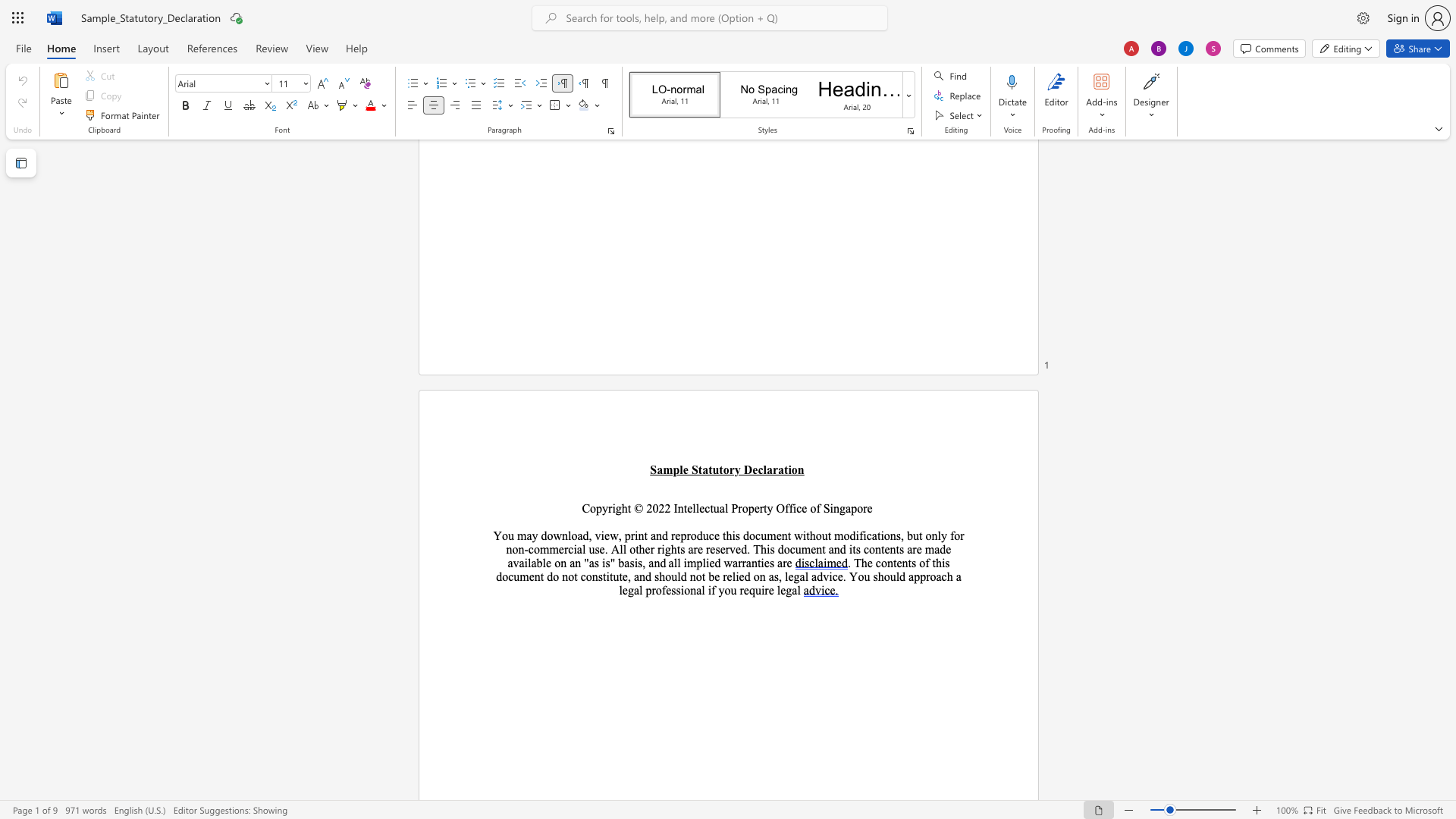  Describe the element at coordinates (714, 469) in the screenshot. I see `the 1th character "u" in the text` at that location.